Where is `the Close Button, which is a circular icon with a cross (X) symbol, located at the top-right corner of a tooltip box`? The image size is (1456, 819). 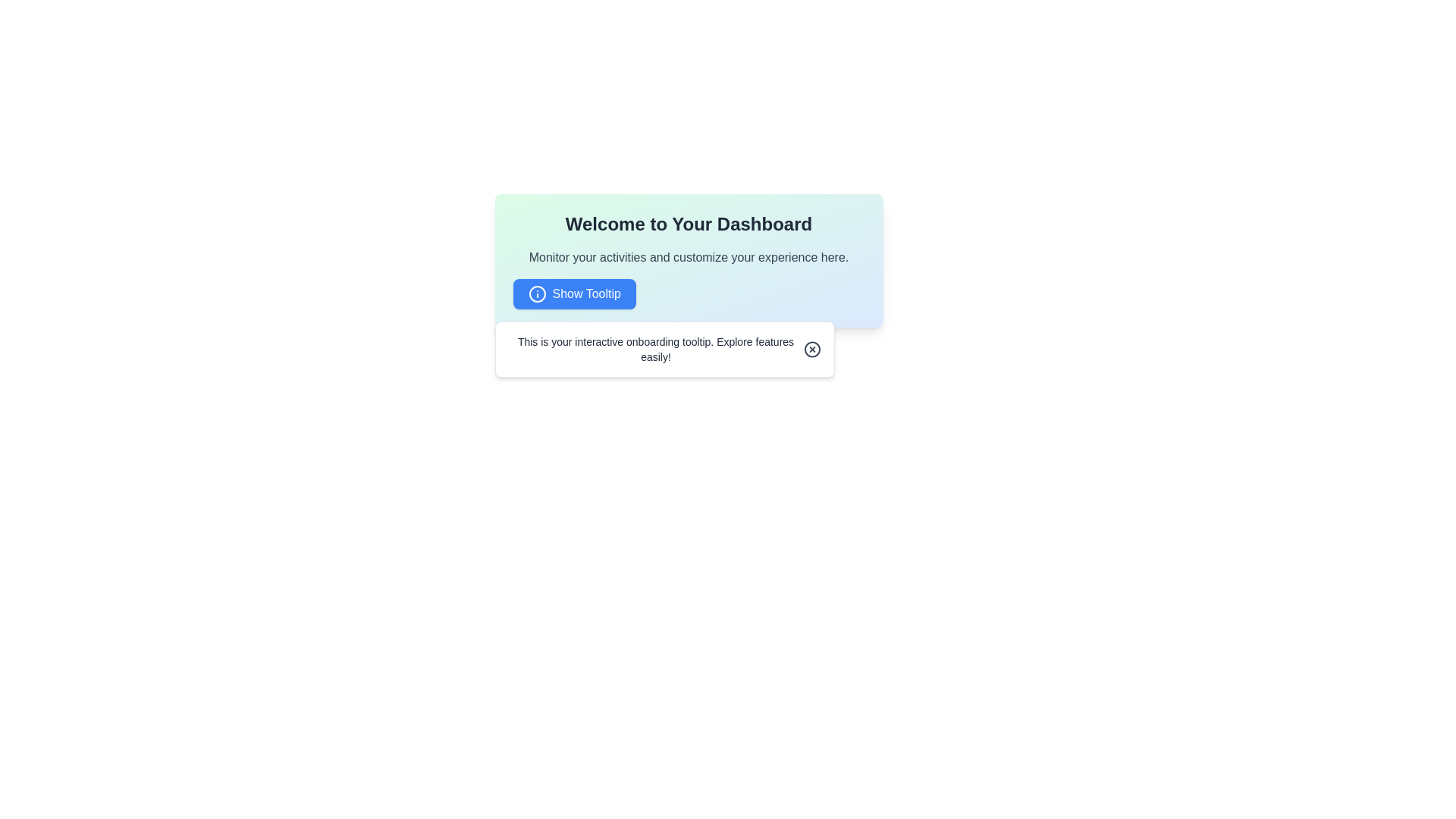
the Close Button, which is a circular icon with a cross (X) symbol, located at the top-right corner of a tooltip box is located at coordinates (811, 350).